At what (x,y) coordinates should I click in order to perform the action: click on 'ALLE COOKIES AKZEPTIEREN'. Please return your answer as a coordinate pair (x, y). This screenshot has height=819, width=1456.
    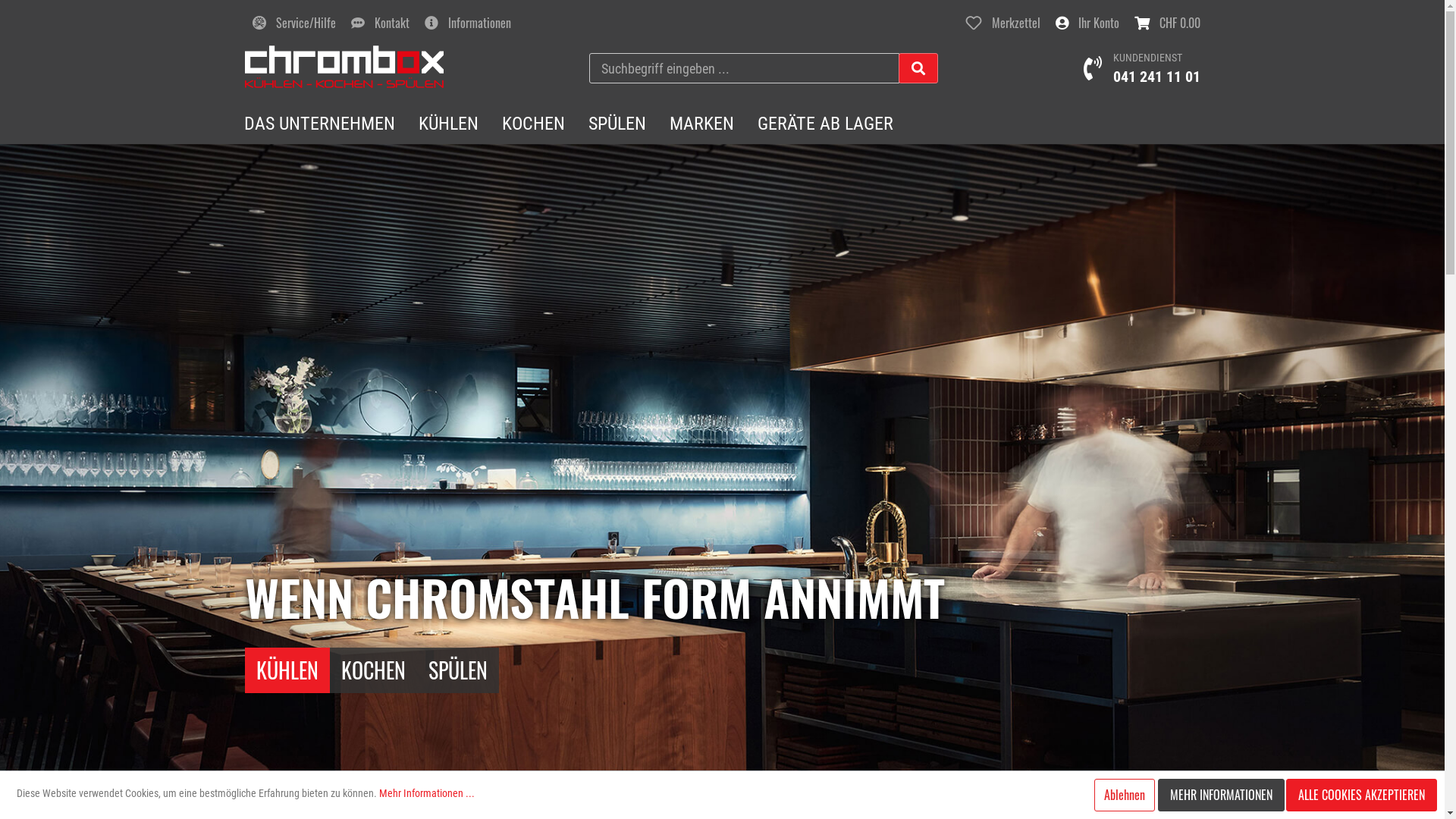
    Looking at the image, I should click on (1361, 794).